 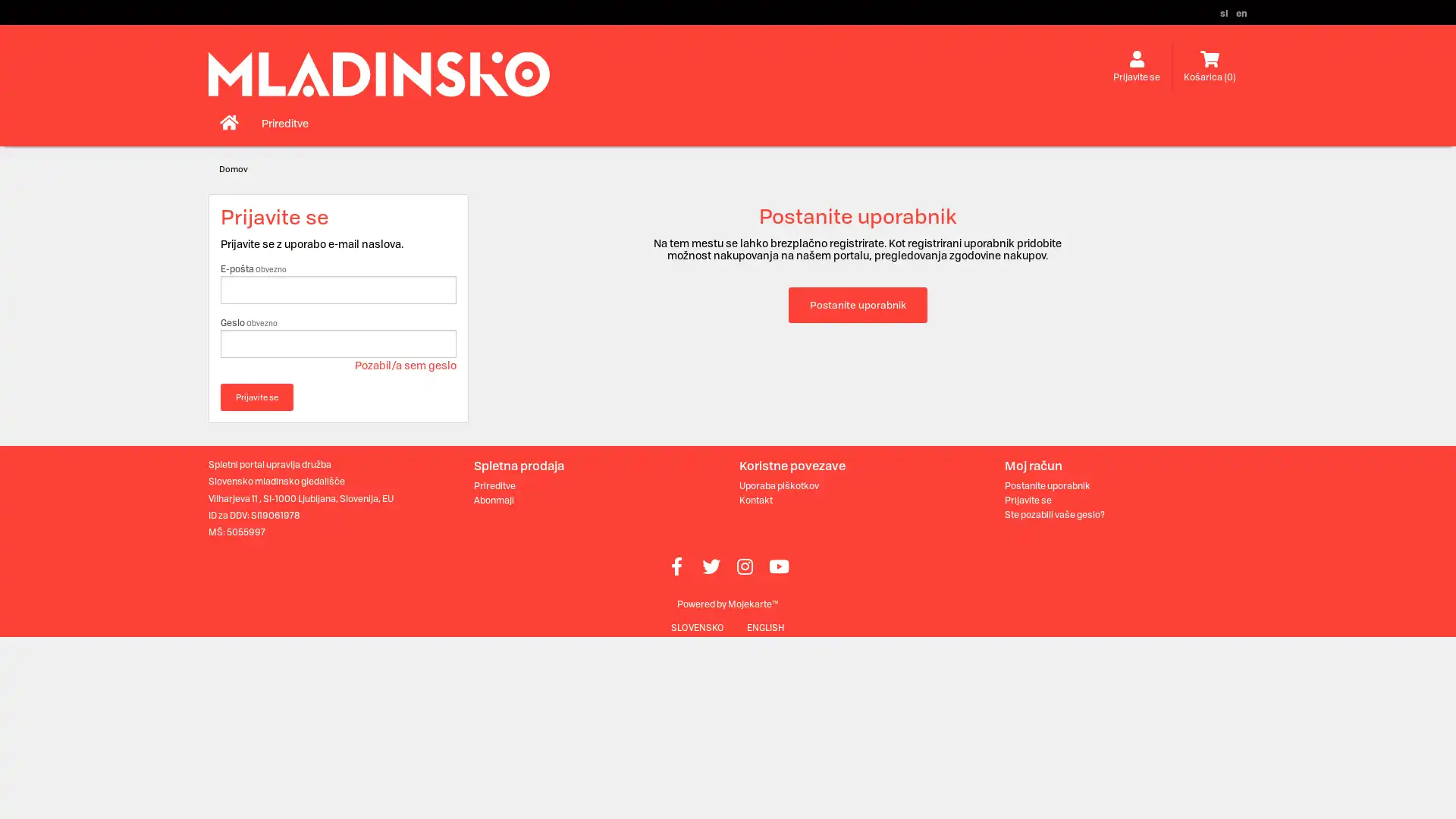 I want to click on Prijavite se, so click(x=257, y=397).